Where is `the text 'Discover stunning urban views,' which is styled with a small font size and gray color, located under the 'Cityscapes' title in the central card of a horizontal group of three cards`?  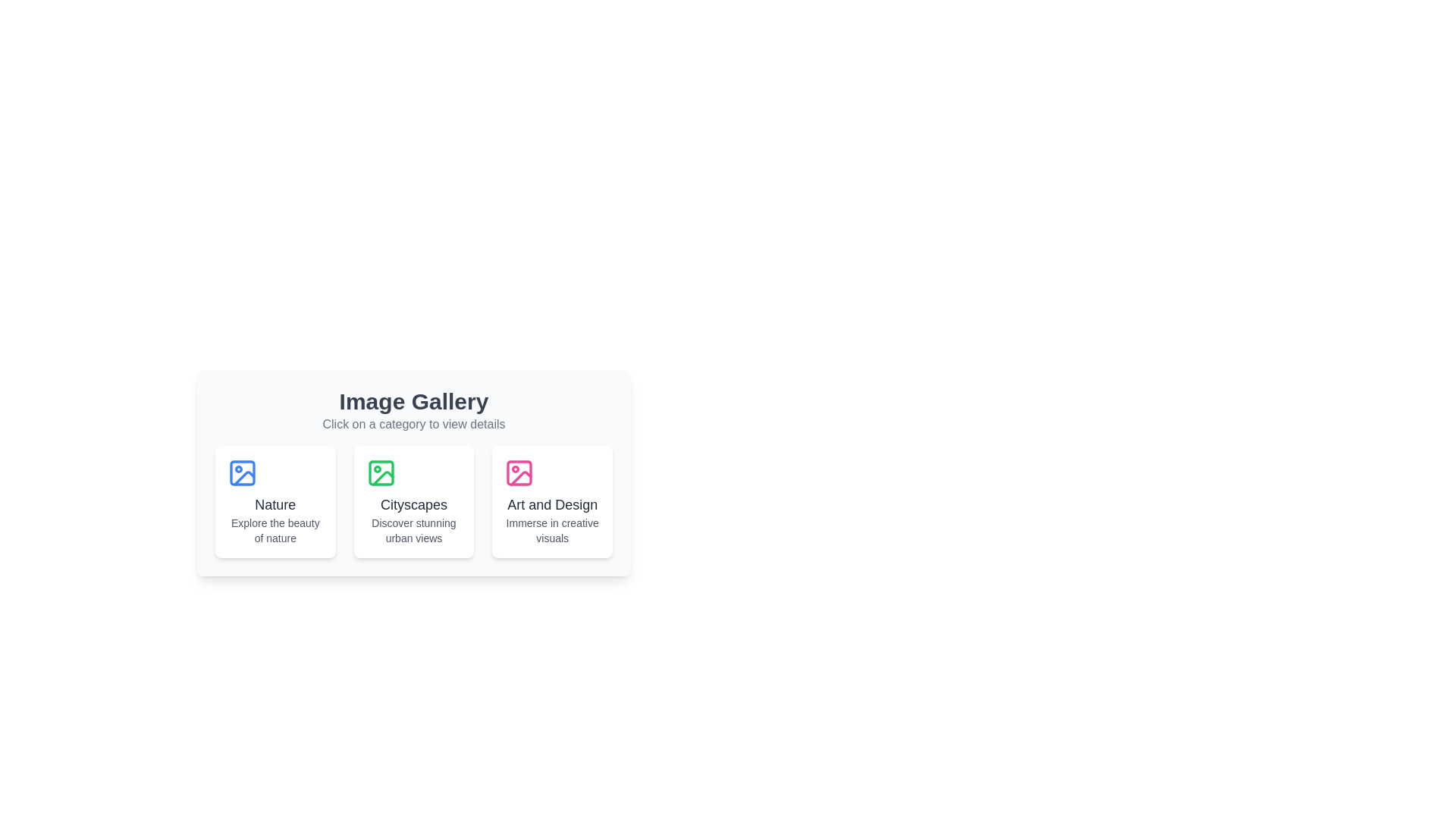
the text 'Discover stunning urban views,' which is styled with a small font size and gray color, located under the 'Cityscapes' title in the central card of a horizontal group of three cards is located at coordinates (414, 529).